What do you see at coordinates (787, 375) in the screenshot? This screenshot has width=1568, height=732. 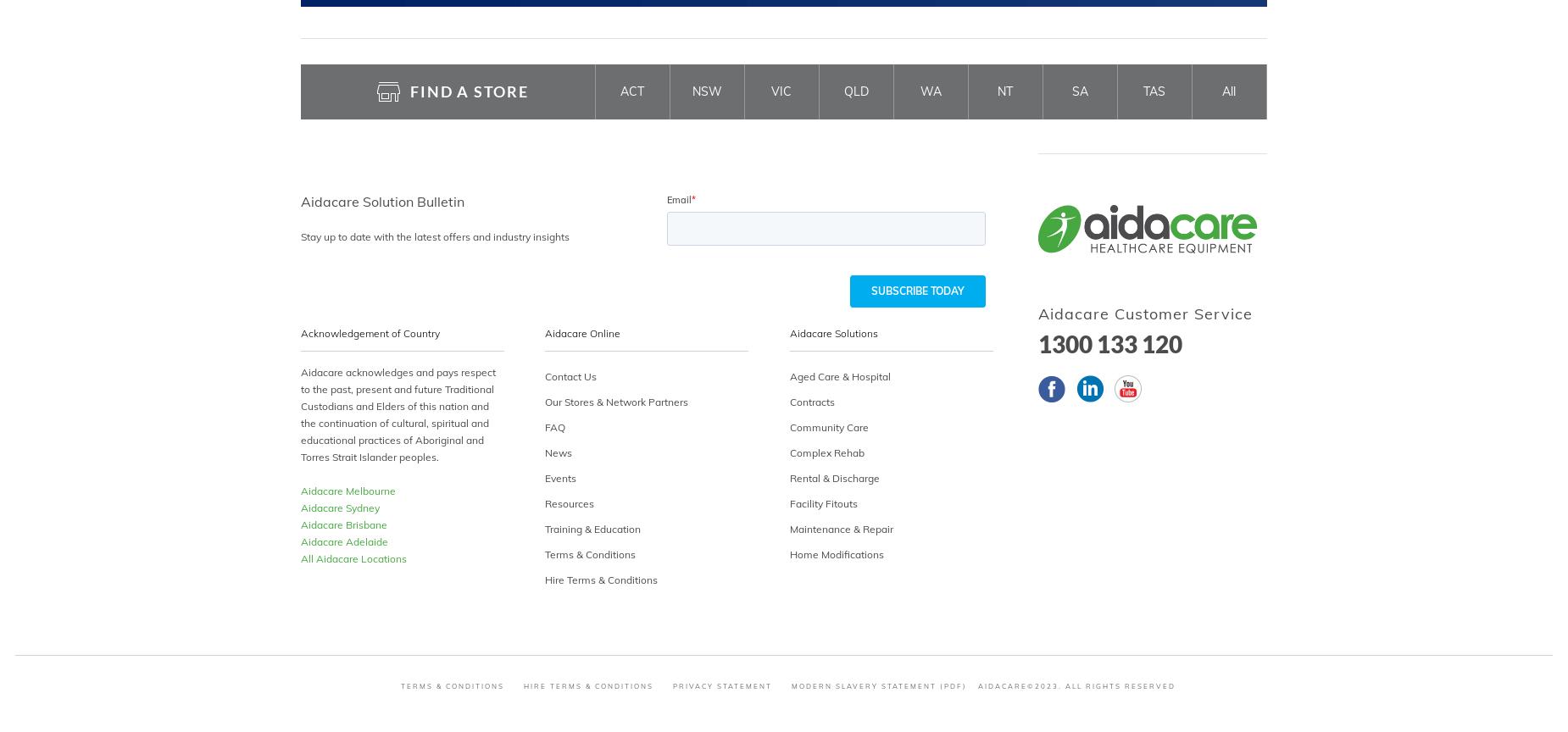 I see `'Aged Care & Hospital'` at bounding box center [787, 375].